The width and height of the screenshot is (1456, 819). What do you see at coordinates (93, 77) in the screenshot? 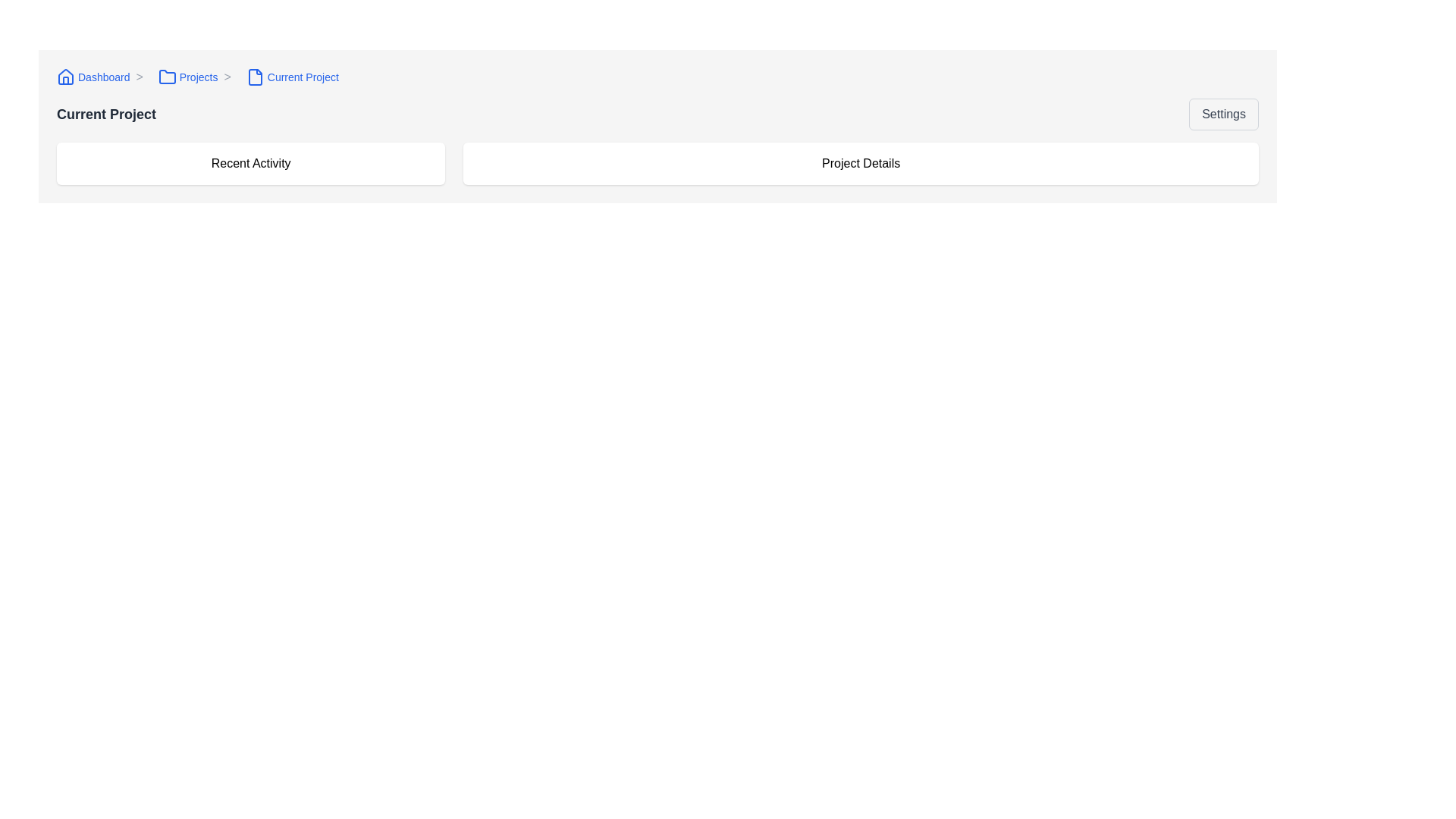
I see `the interactive hyperlink labeled 'Dashboard' with a house icon` at bounding box center [93, 77].